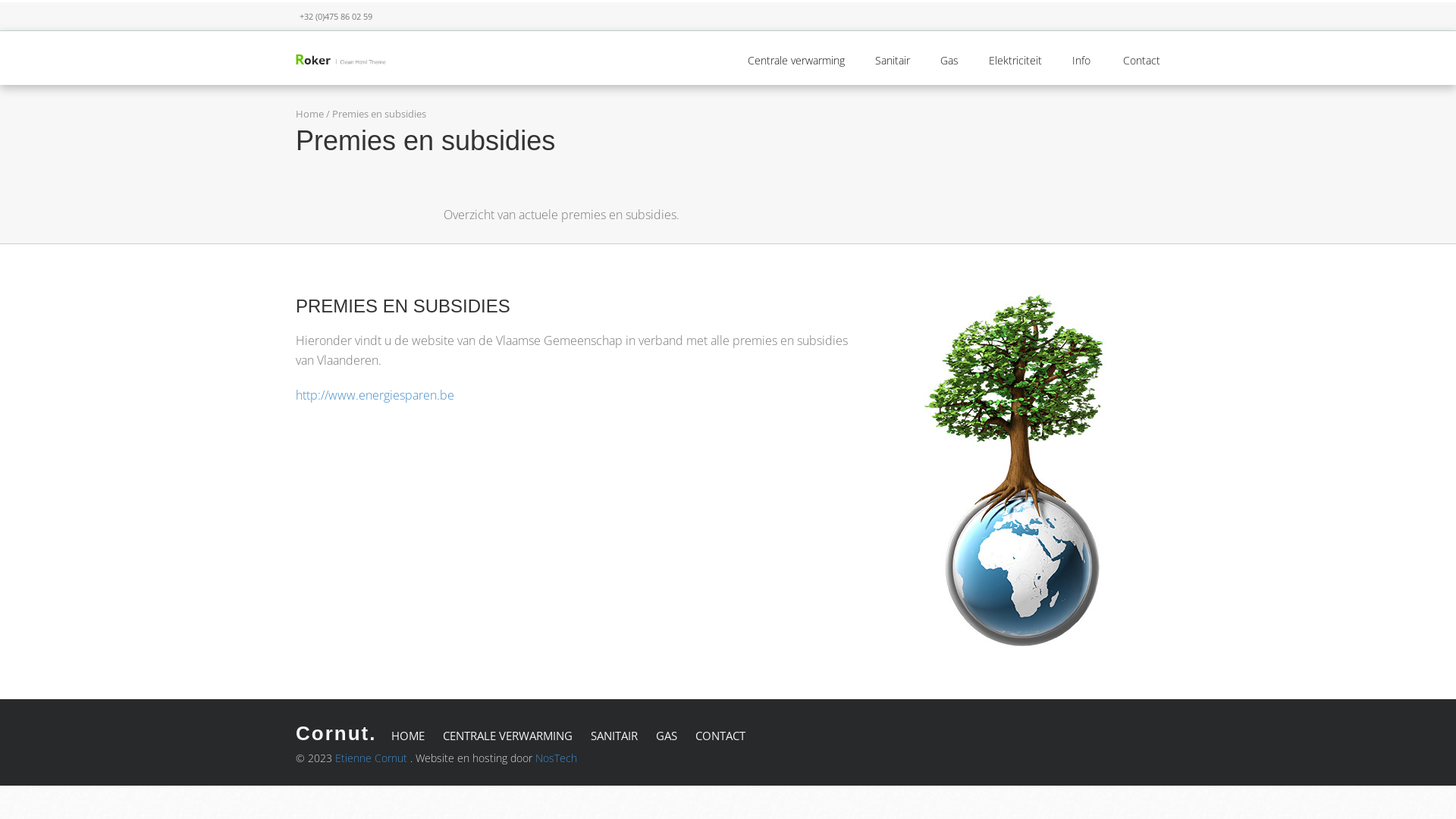  What do you see at coordinates (442, 734) in the screenshot?
I see `'CENTRALE VERWARMING'` at bounding box center [442, 734].